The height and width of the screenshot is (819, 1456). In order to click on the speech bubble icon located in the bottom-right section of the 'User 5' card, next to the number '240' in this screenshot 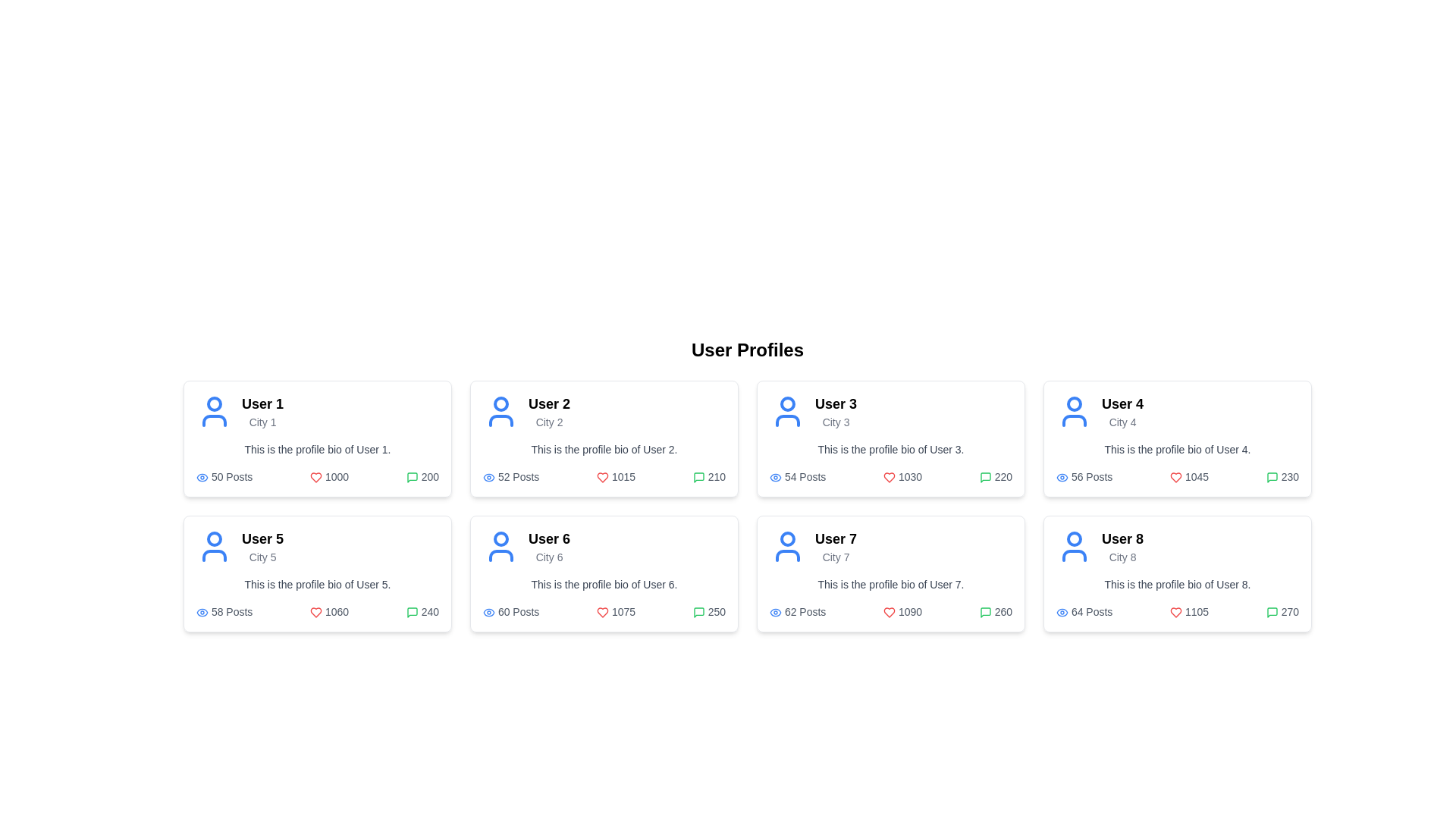, I will do `click(412, 612)`.